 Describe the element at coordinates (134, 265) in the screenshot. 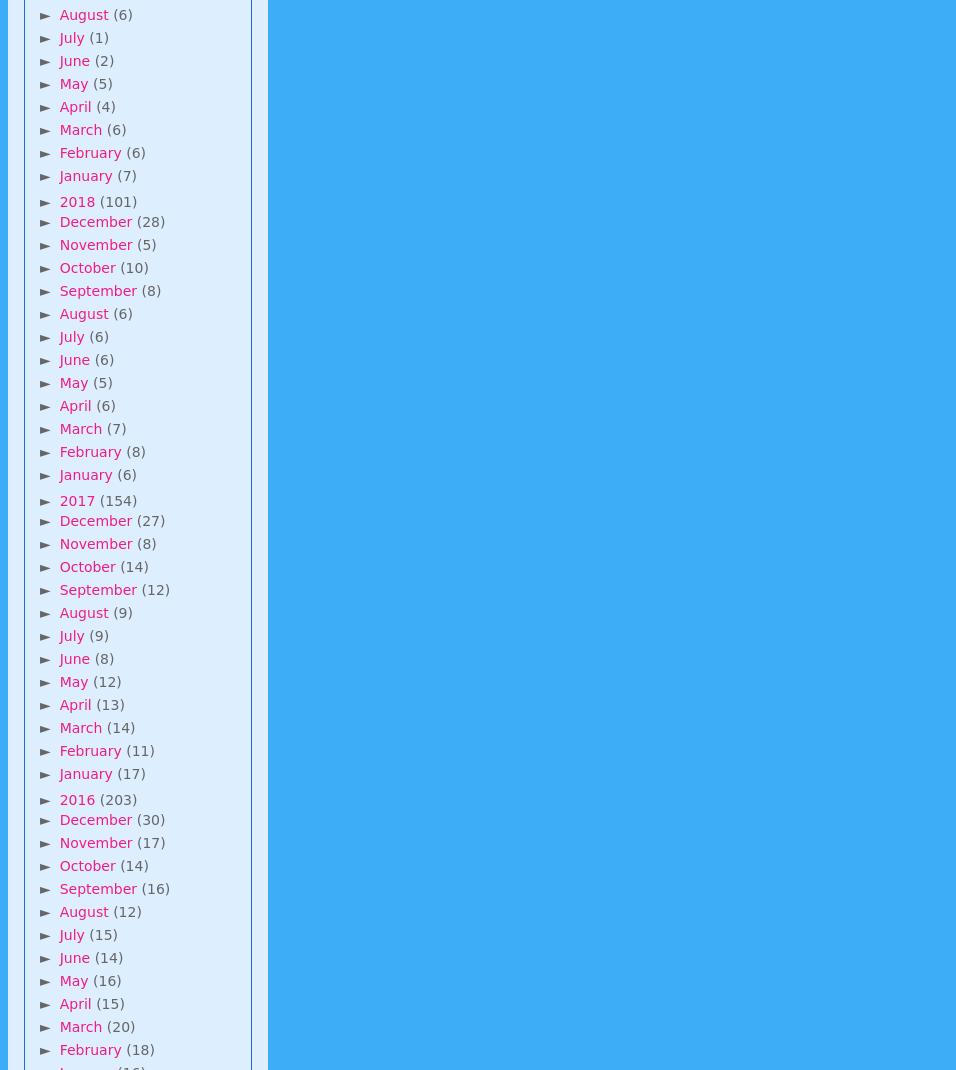

I see `'(10)'` at that location.